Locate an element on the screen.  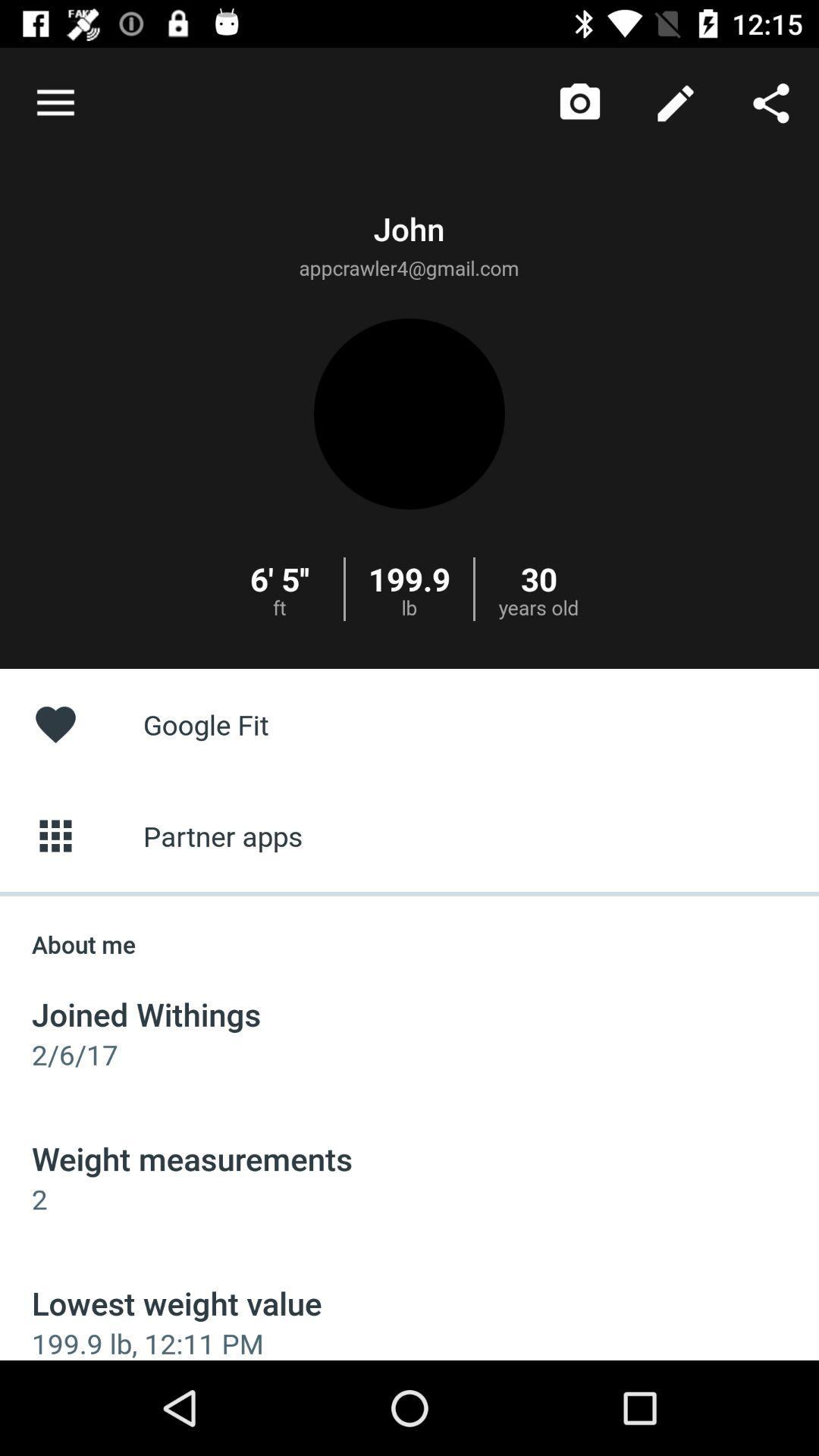
item above google fit icon is located at coordinates (771, 102).